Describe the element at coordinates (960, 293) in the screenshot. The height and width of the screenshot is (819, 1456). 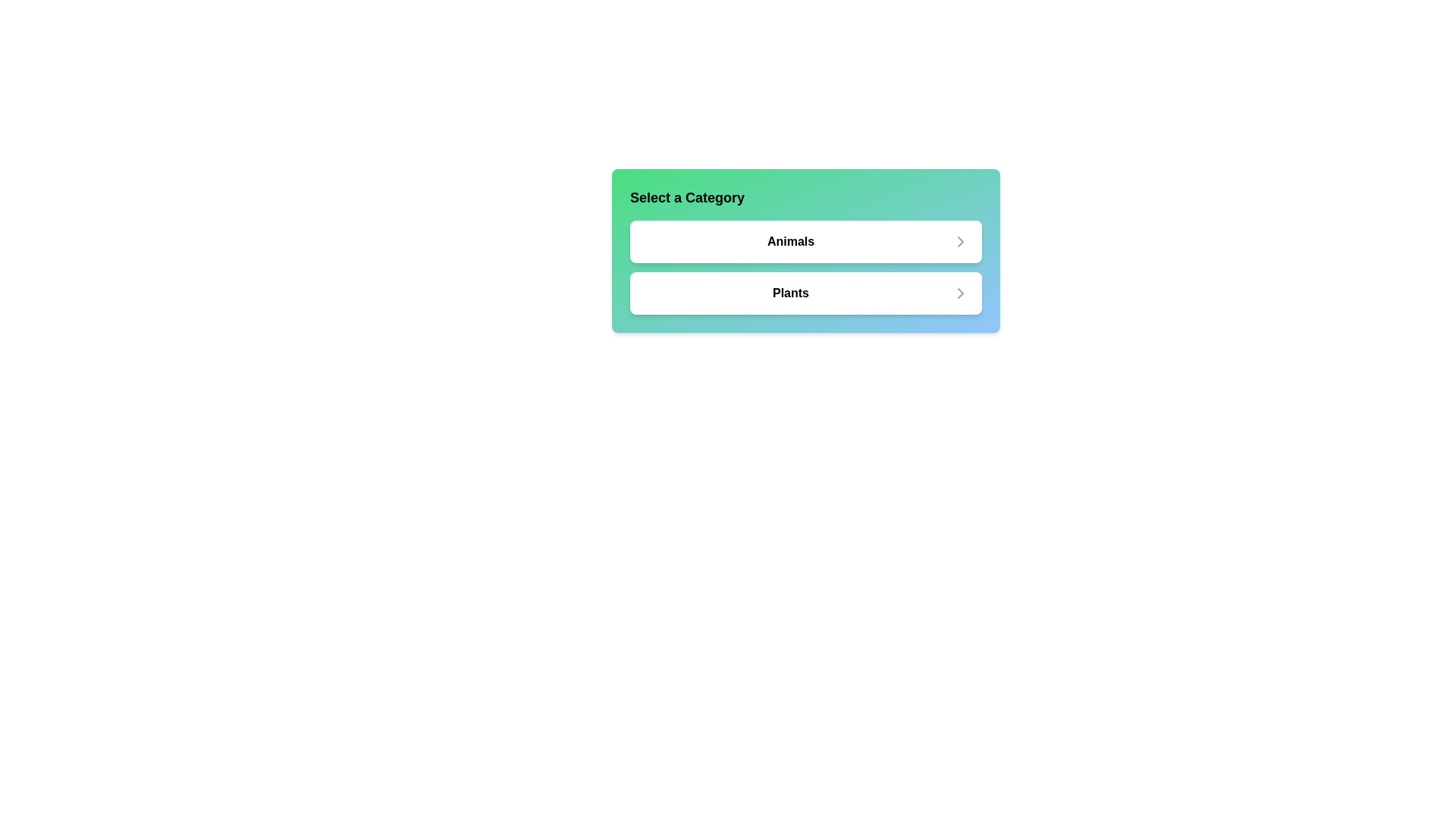
I see `the navigation icon located to the far right of the 'Plants' text, which serves as a visual indicator for more details related to 'Plants'` at that location.